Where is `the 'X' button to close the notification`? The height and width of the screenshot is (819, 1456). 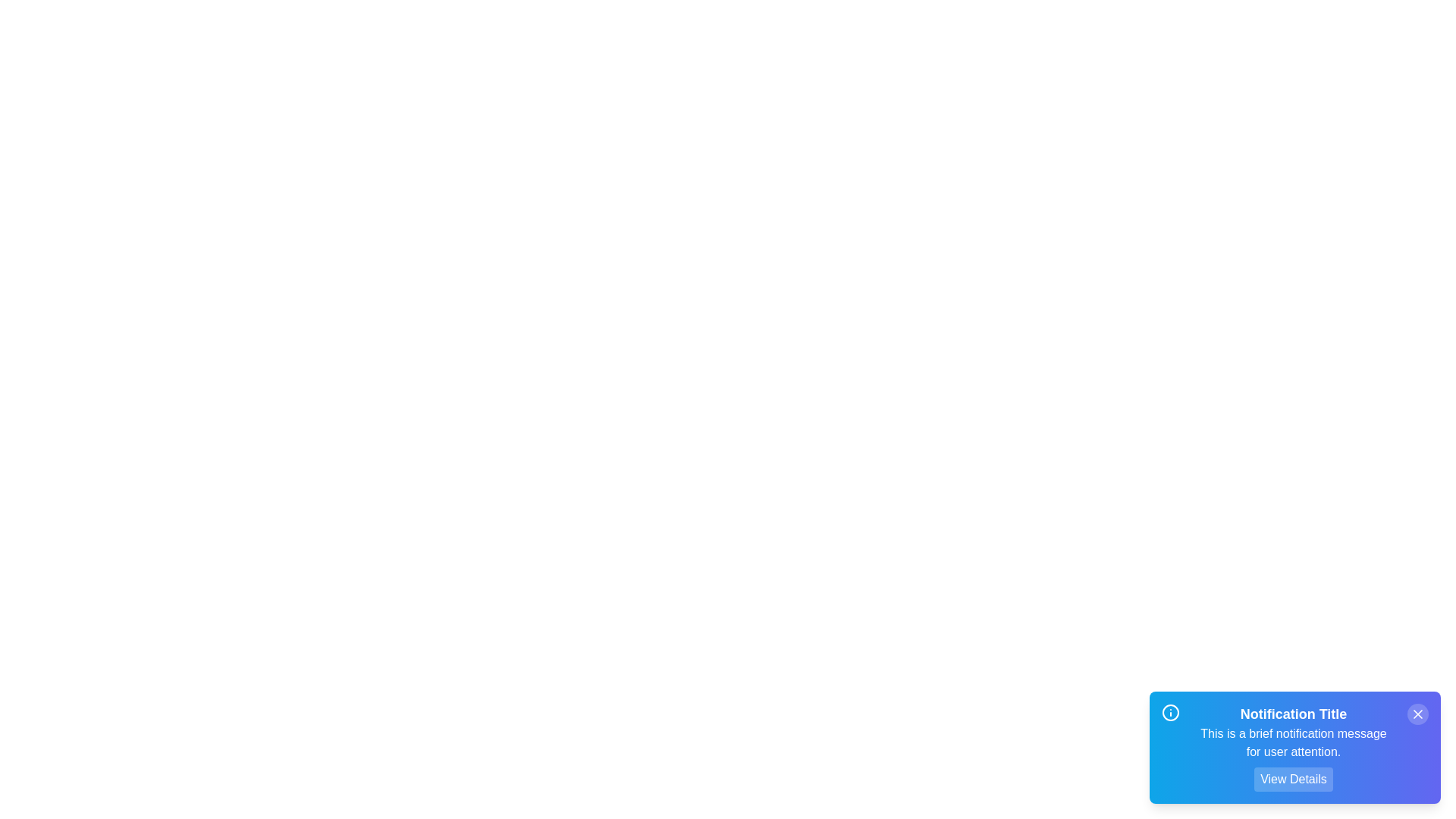 the 'X' button to close the notification is located at coordinates (1417, 714).